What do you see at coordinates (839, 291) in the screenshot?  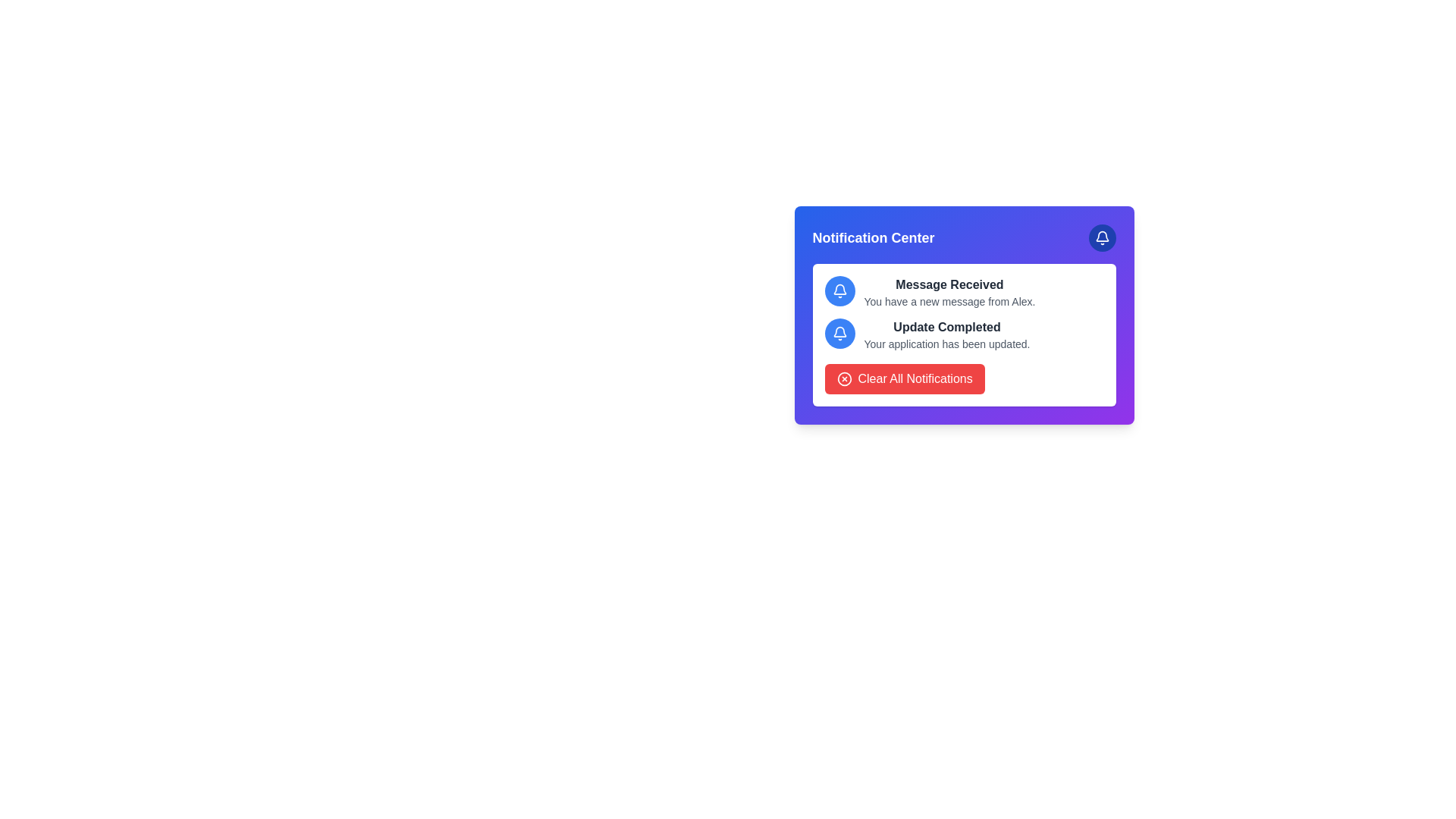 I see `the small bell icon located at the top-right corner of the 'Notification Center'` at bounding box center [839, 291].